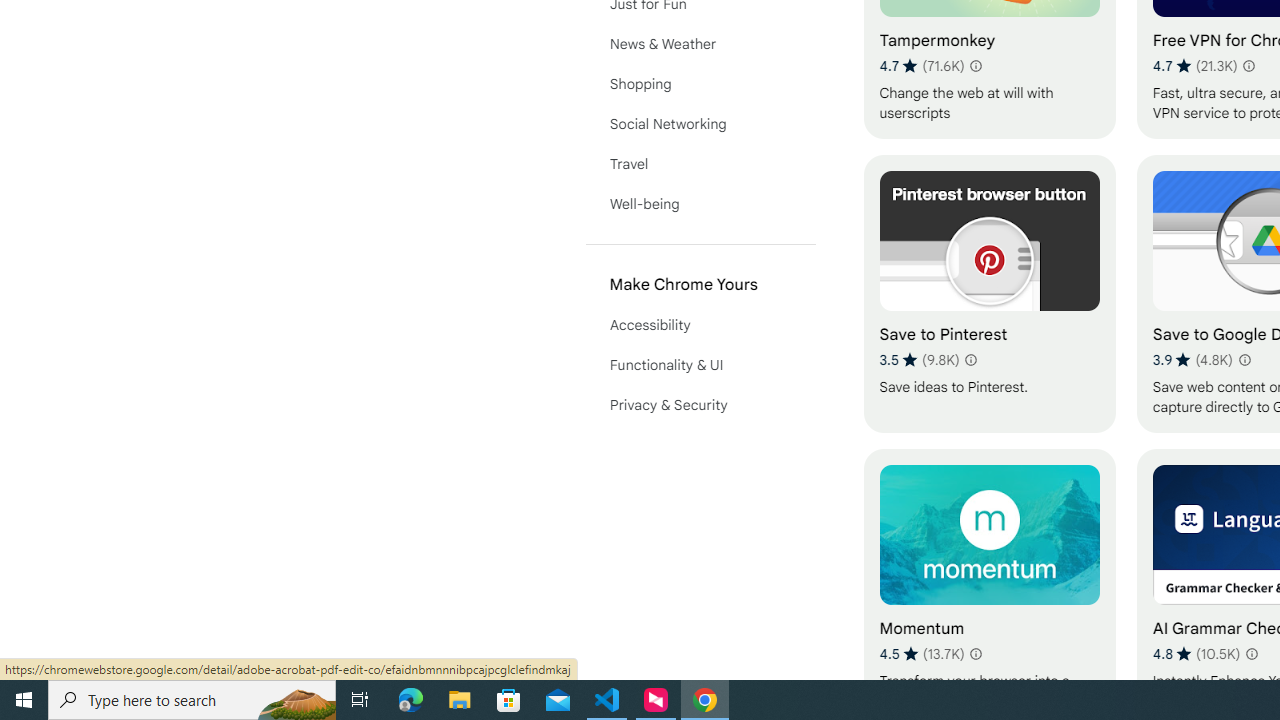 Image resolution: width=1280 pixels, height=720 pixels. I want to click on 'Learn more about results and reviews "Save to Pinterest"', so click(970, 360).